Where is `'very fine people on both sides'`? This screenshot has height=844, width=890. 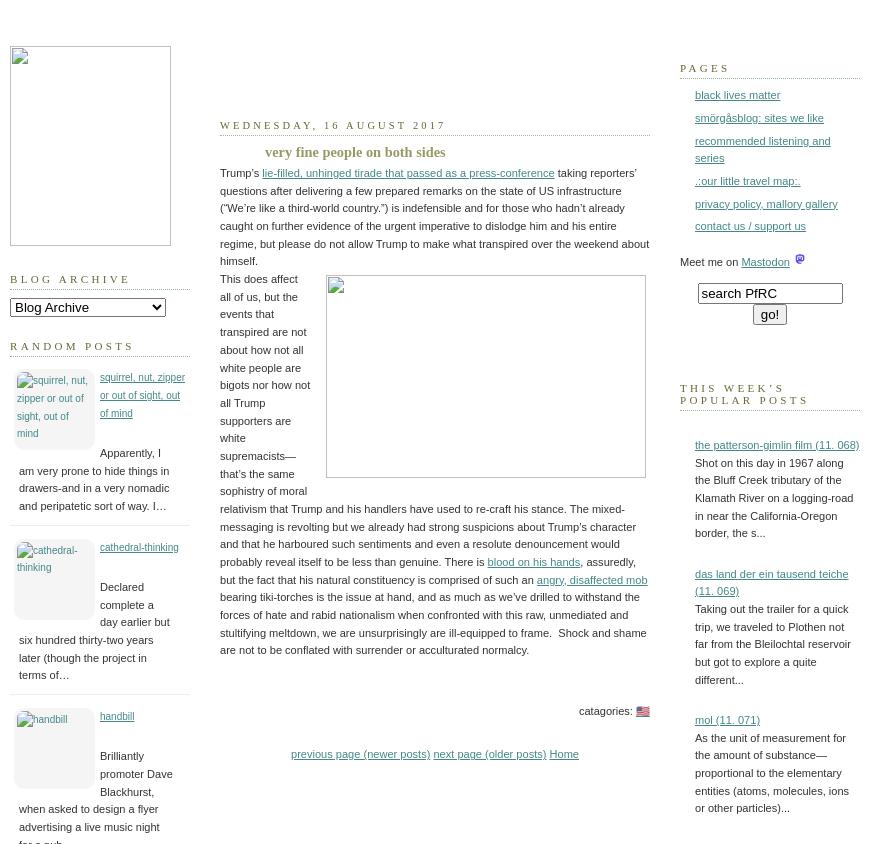
'very fine people on both sides' is located at coordinates (264, 150).